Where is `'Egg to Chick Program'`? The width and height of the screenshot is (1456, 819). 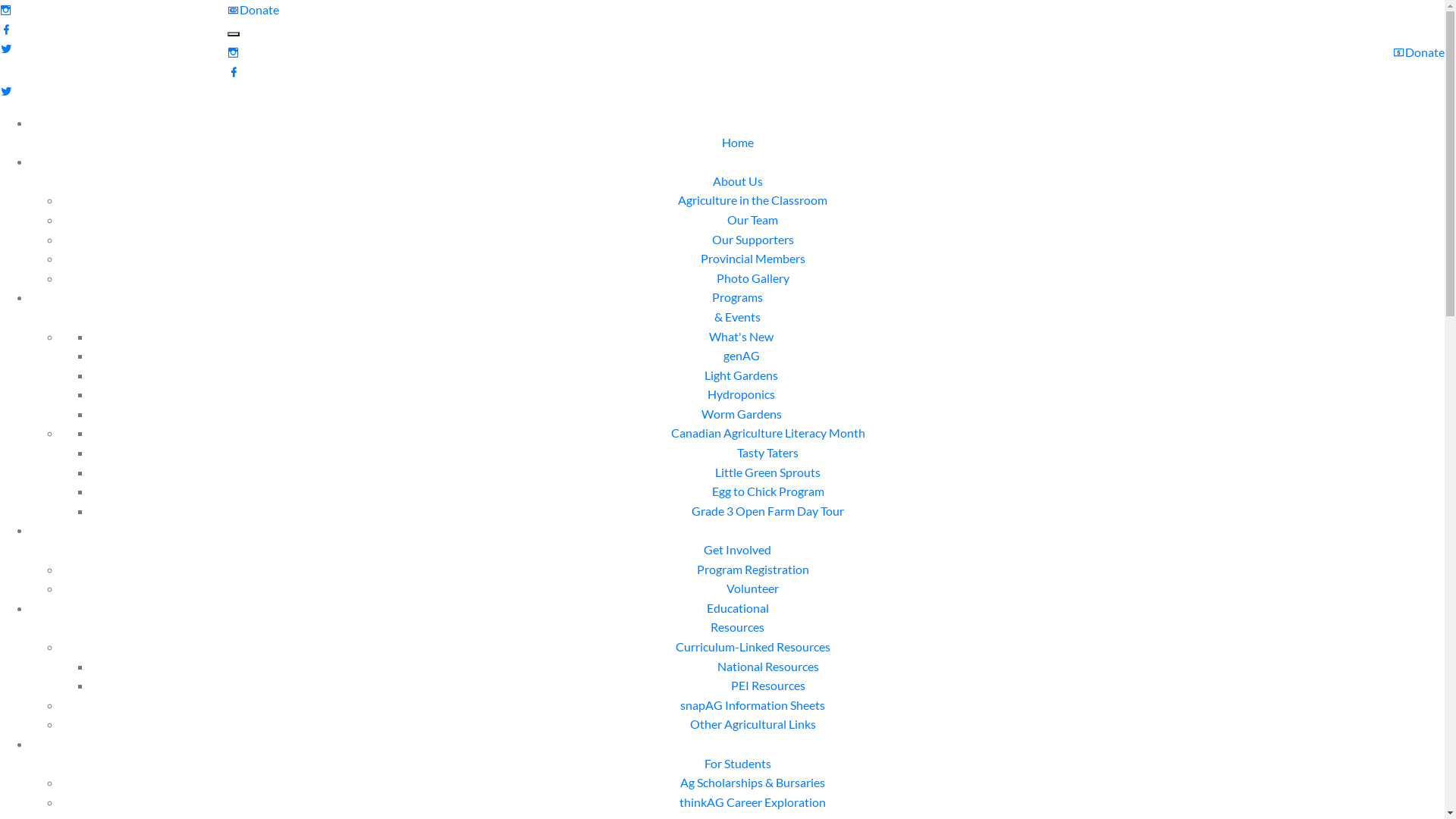 'Egg to Chick Program' is located at coordinates (767, 491).